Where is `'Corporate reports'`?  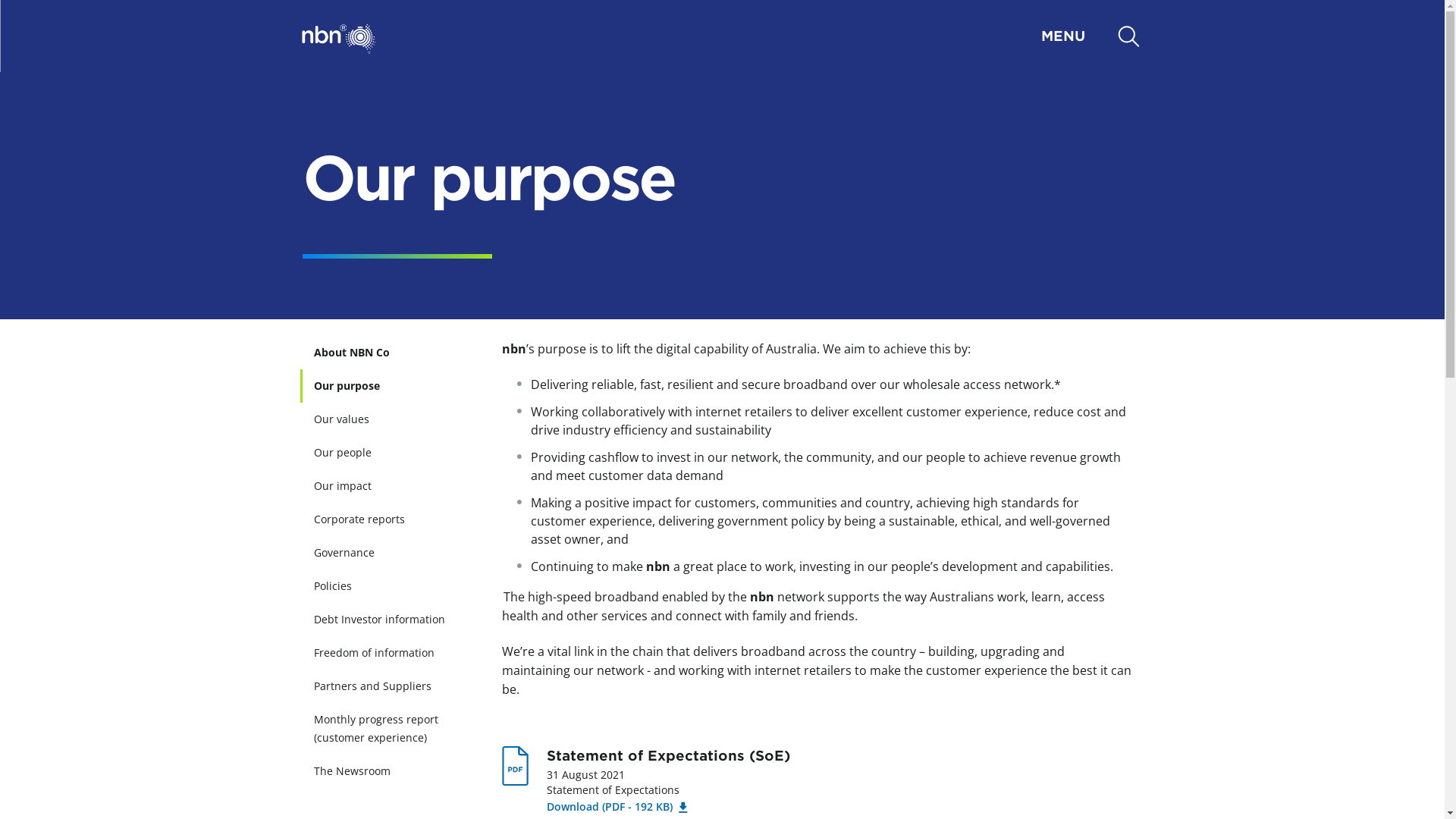 'Corporate reports' is located at coordinates (388, 519).